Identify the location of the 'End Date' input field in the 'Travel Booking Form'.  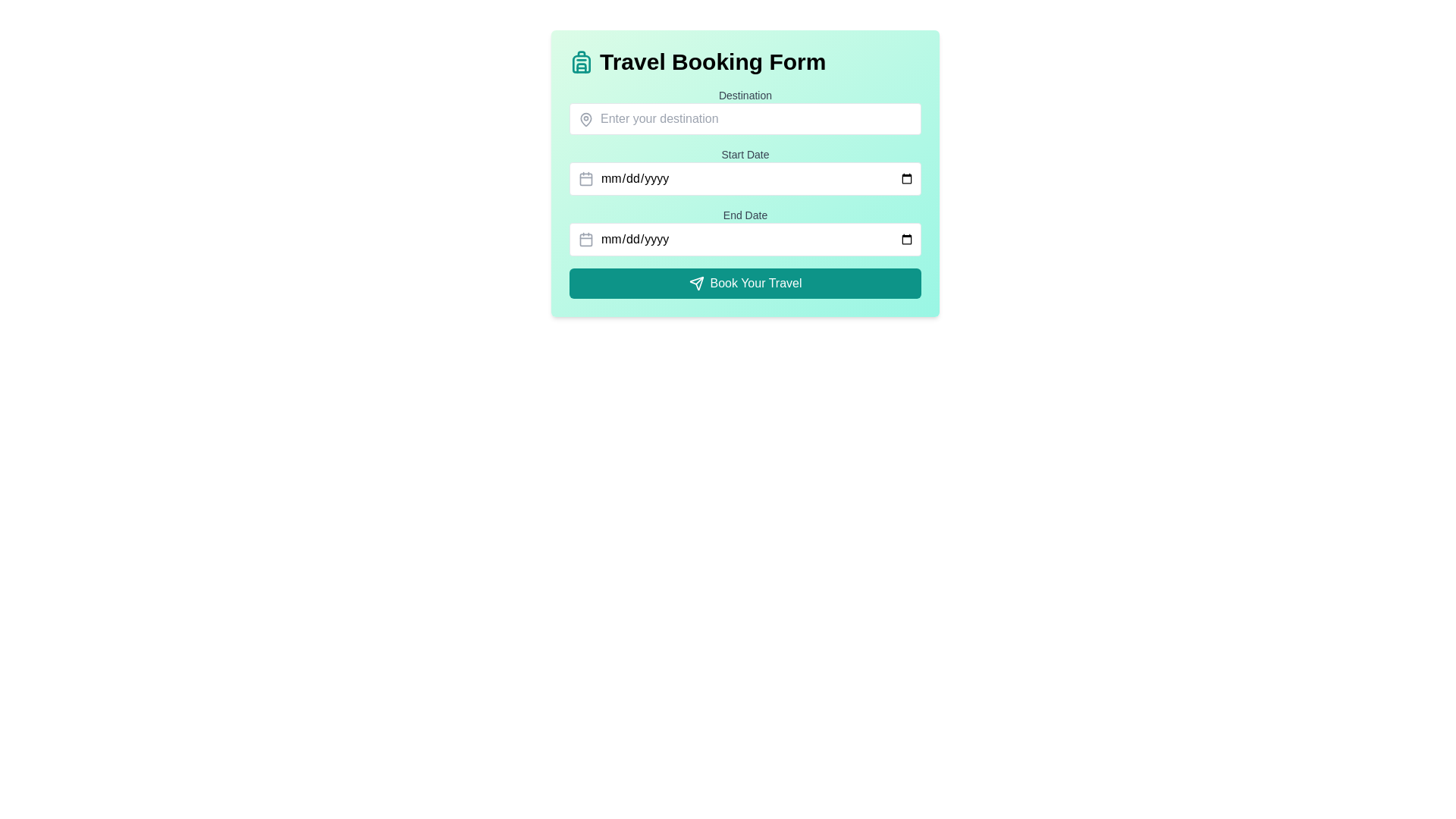
(745, 239).